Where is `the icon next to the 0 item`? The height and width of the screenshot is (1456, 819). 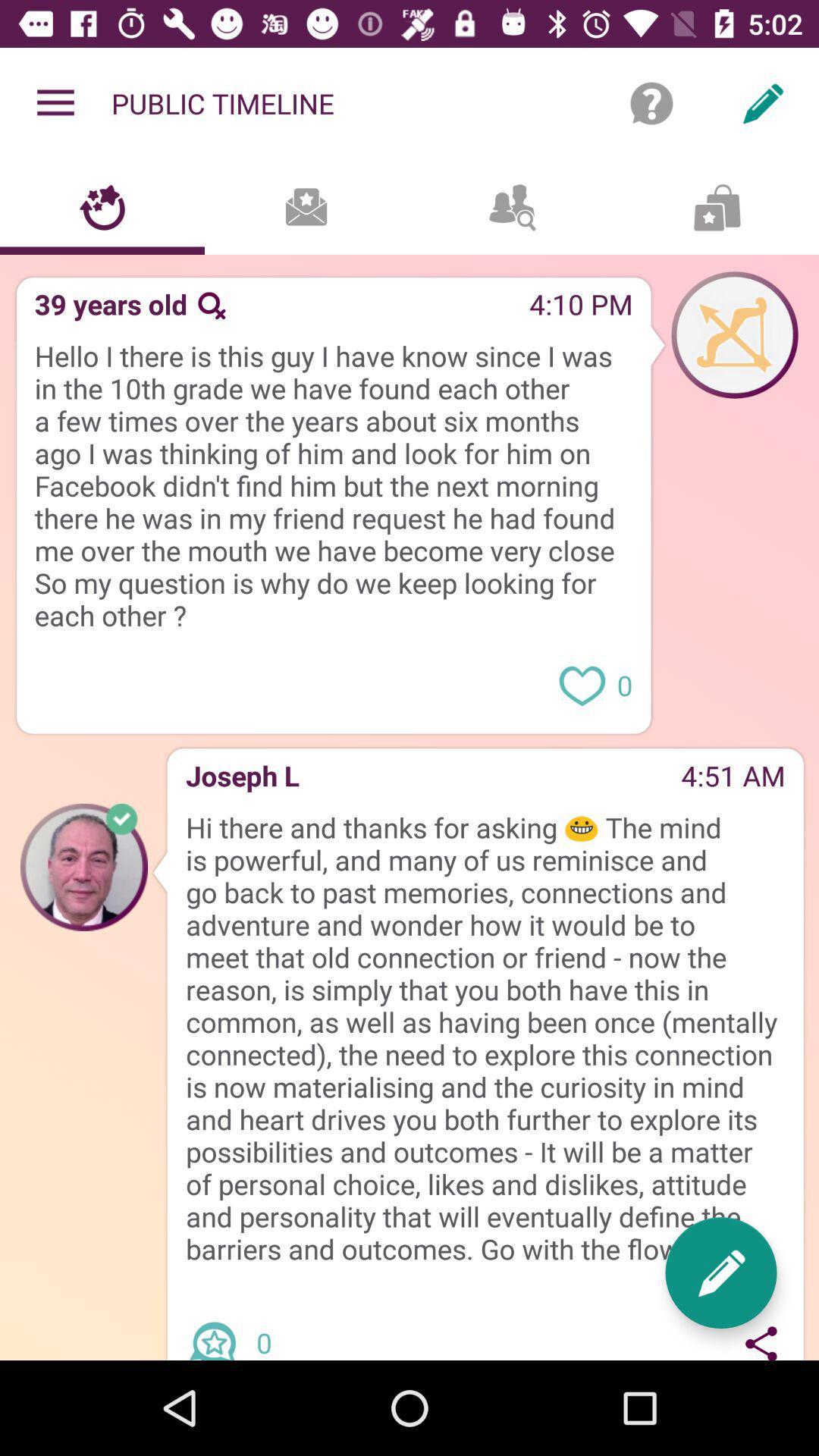
the icon next to the 0 item is located at coordinates (761, 1340).